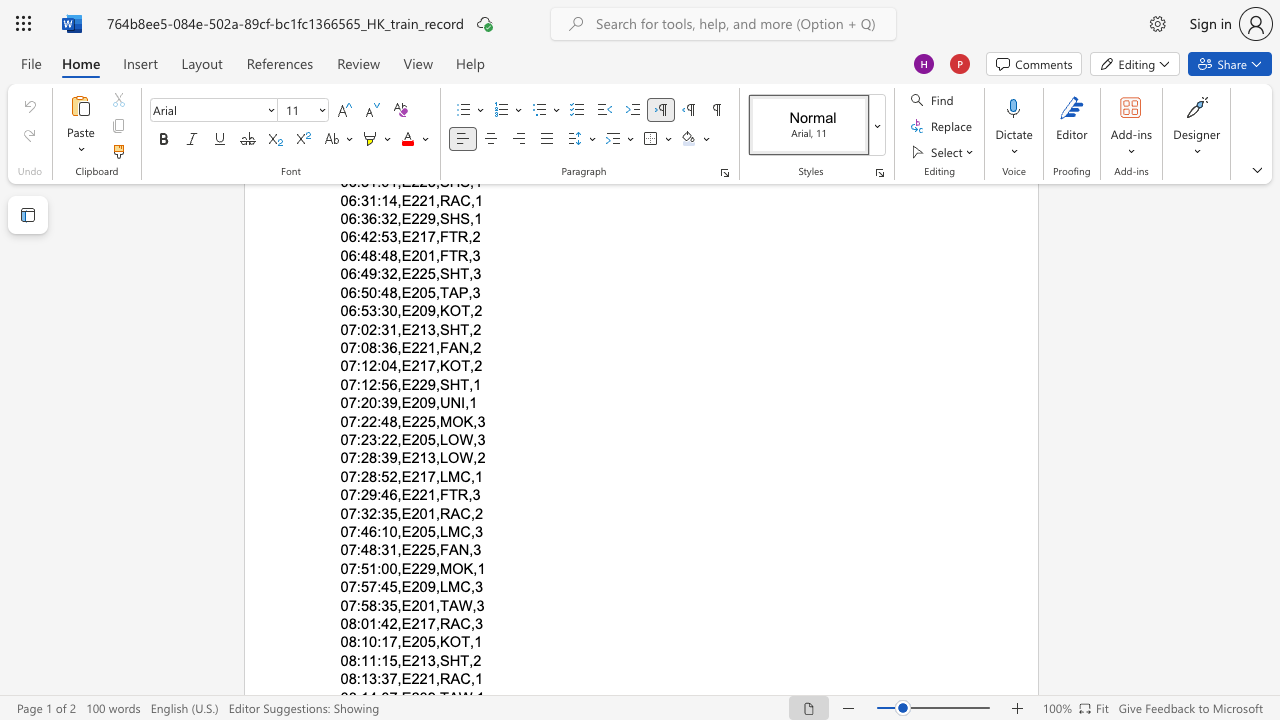 The image size is (1280, 720). I want to click on the subset text "45,E20" within the text "07:57:45,E209,LMC,3", so click(381, 586).